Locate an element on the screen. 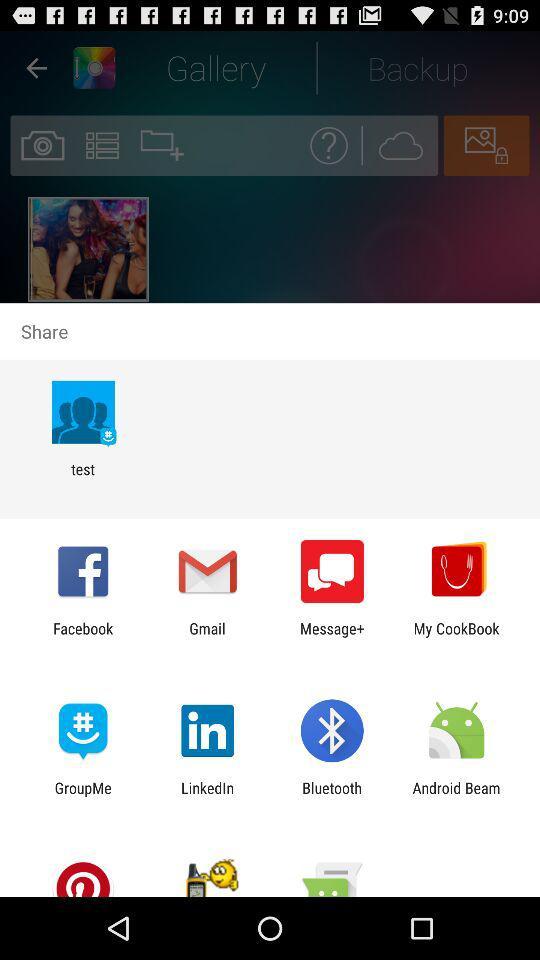 Image resolution: width=540 pixels, height=960 pixels. the app to the right of groupme is located at coordinates (206, 796).